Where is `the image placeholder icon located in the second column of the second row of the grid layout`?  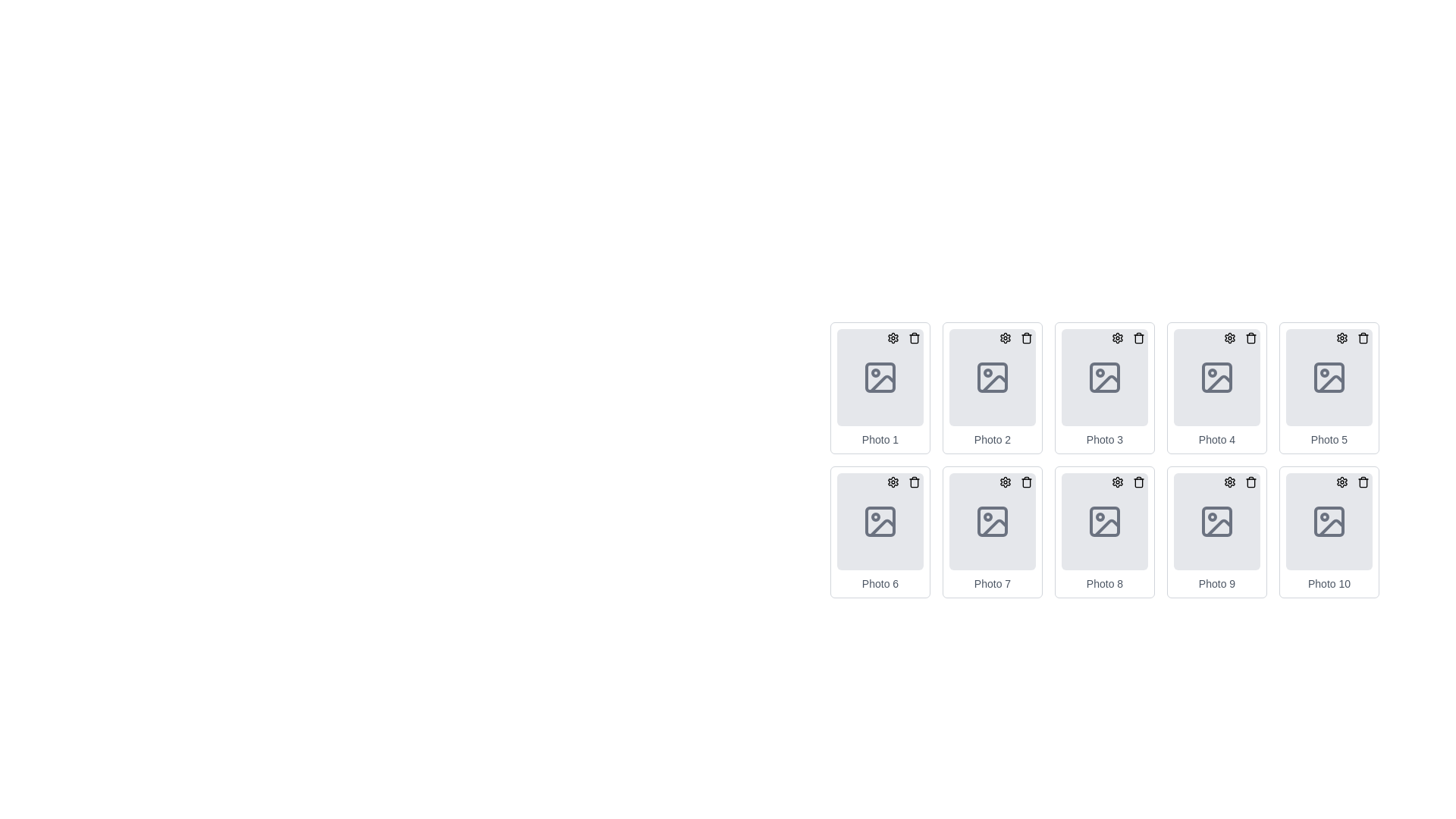 the image placeholder icon located in the second column of the second row of the grid layout is located at coordinates (880, 520).